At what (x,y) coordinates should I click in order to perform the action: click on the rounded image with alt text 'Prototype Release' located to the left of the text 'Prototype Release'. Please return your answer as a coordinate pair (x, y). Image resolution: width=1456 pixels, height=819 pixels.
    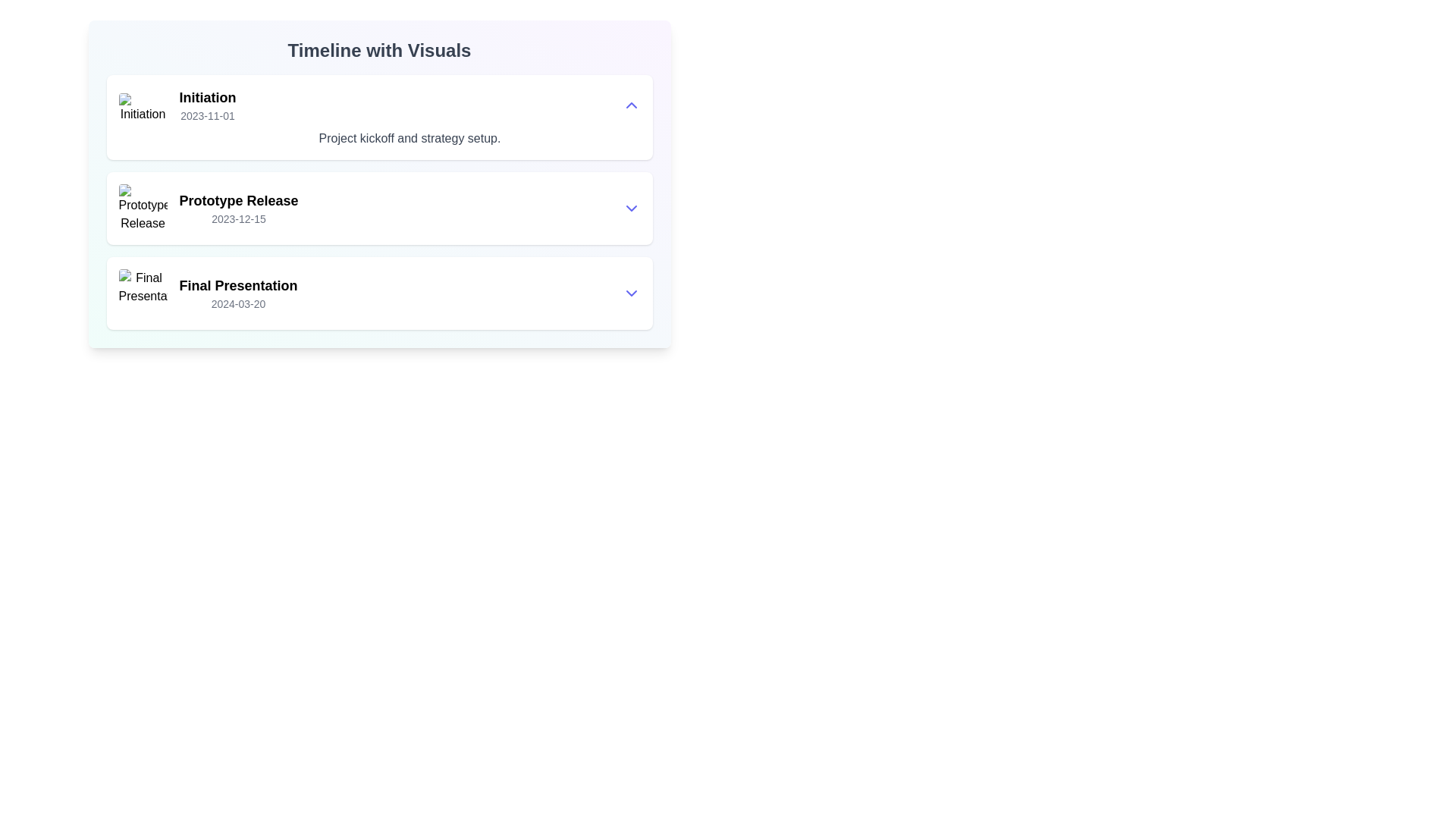
    Looking at the image, I should click on (143, 208).